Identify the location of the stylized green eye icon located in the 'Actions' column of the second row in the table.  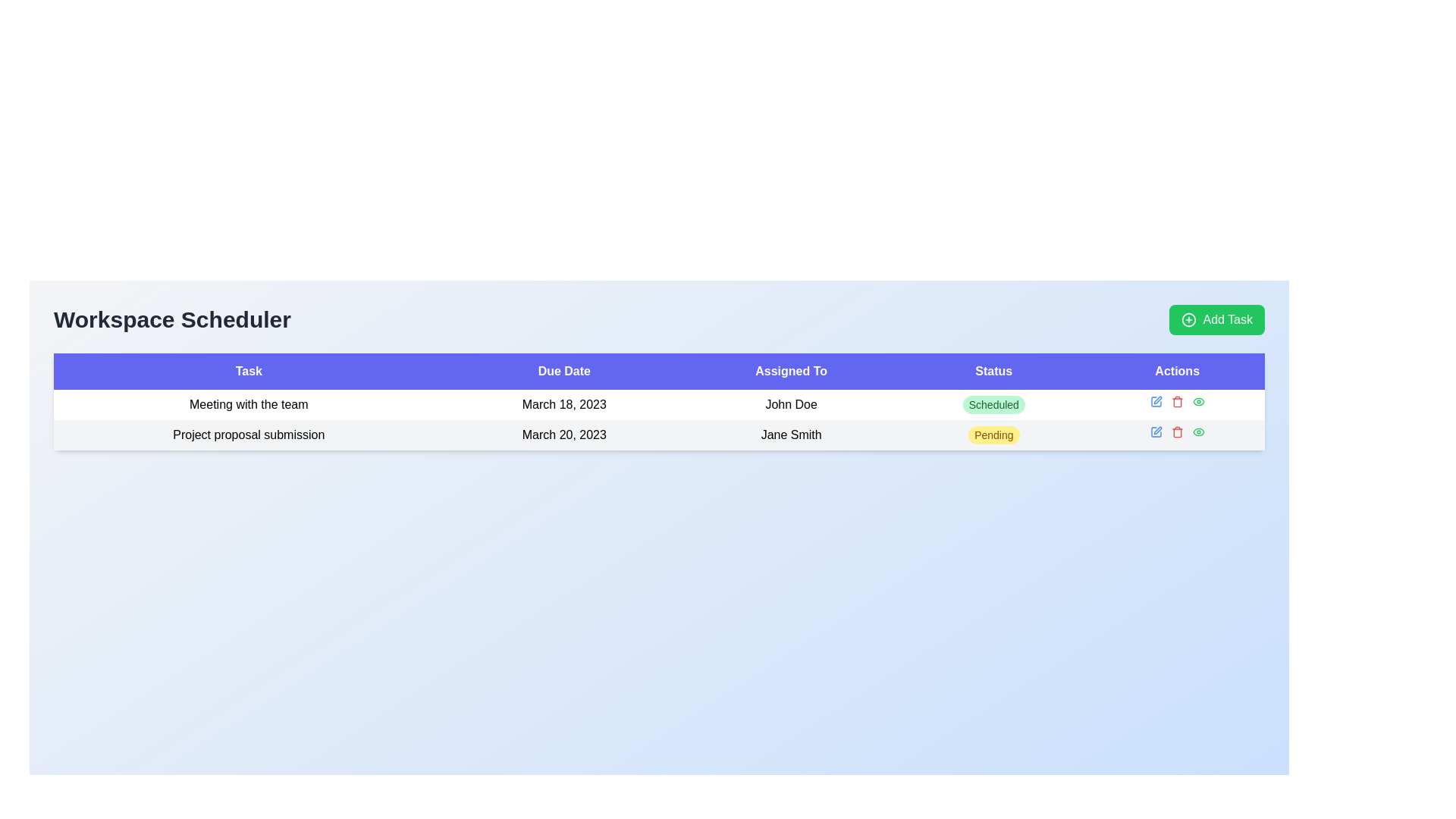
(1197, 432).